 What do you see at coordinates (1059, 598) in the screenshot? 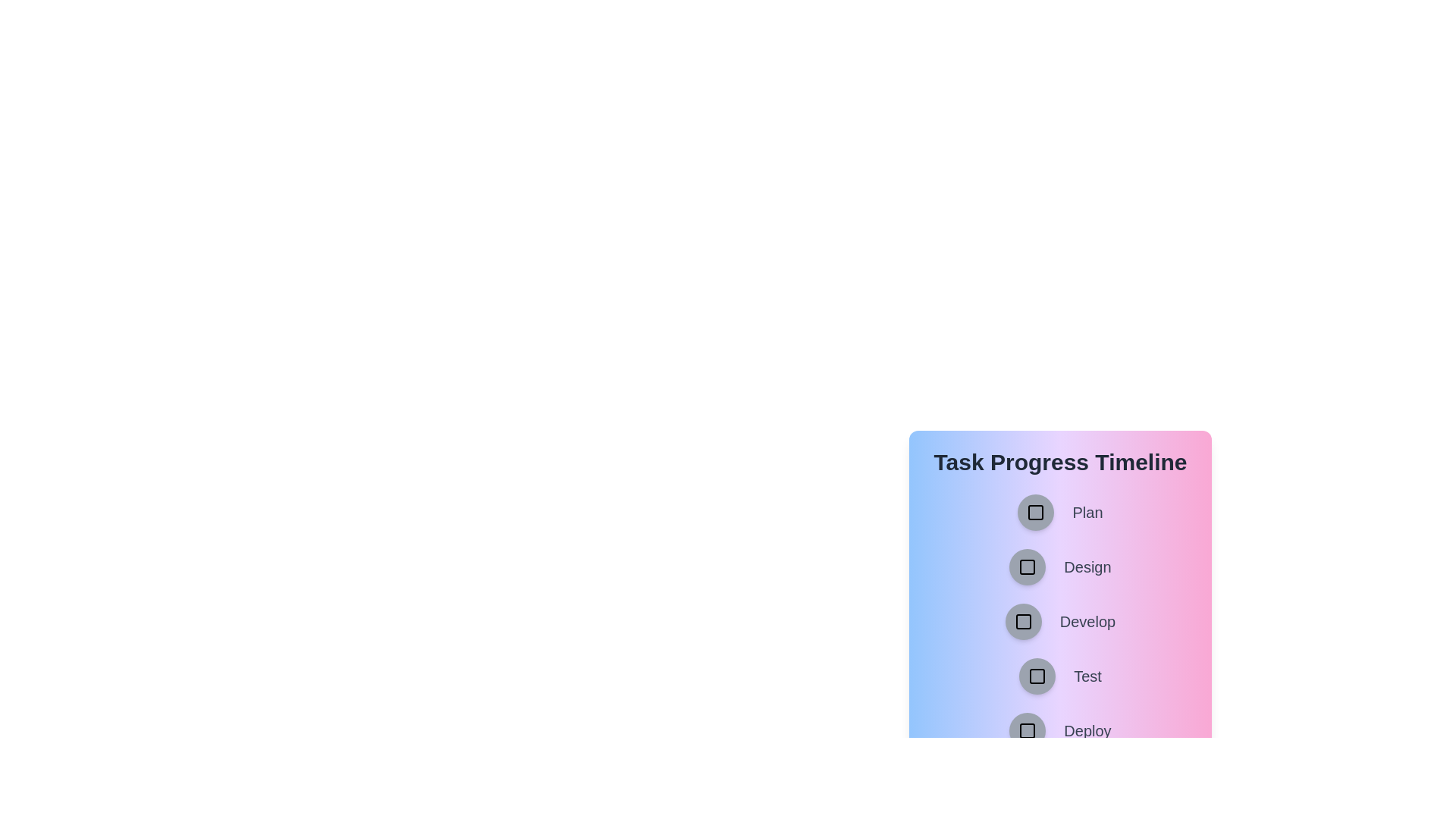
I see `the background area of the TaskProgressTimeline component` at bounding box center [1059, 598].